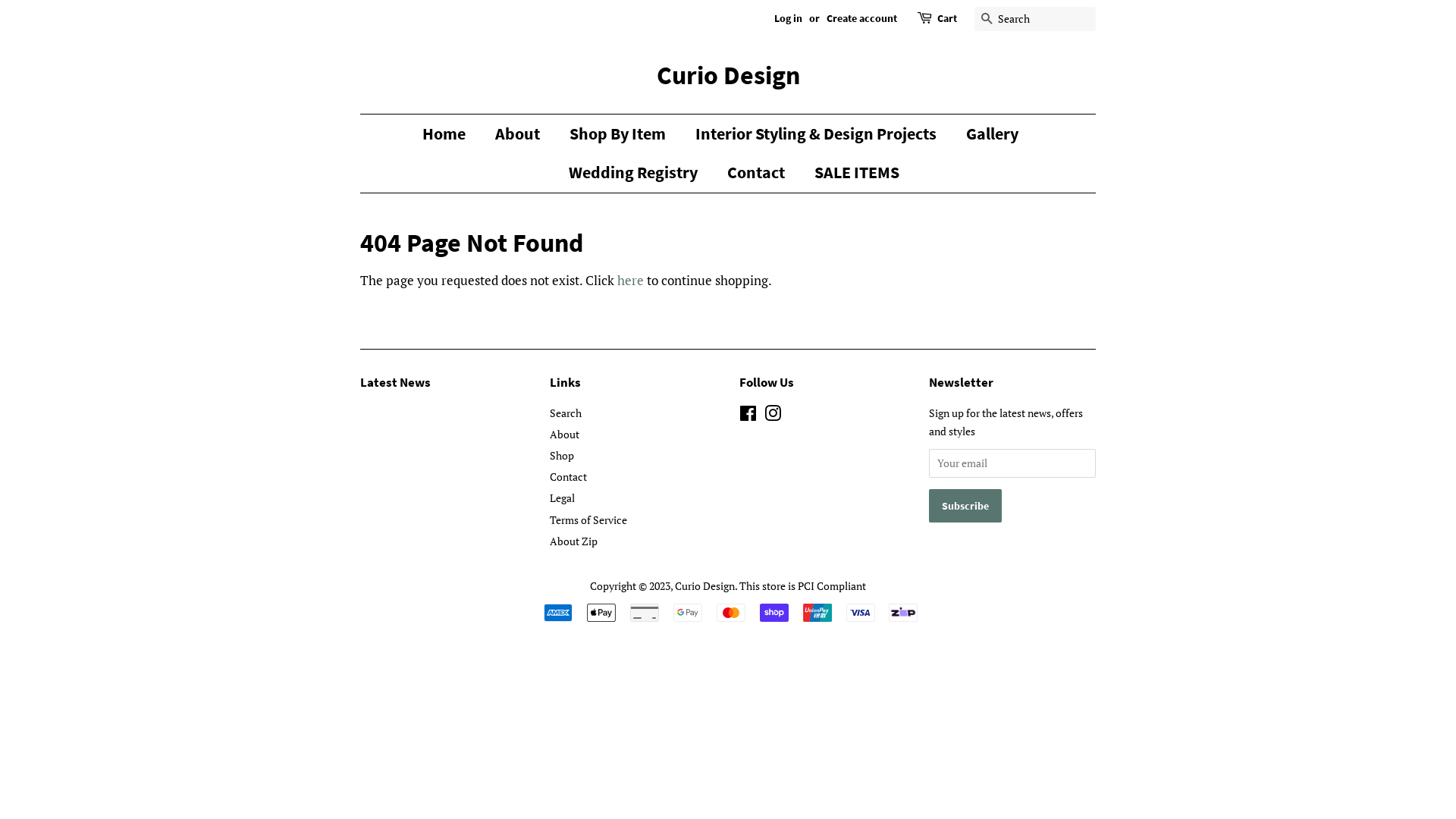 This screenshot has height=819, width=1456. What do you see at coordinates (802, 585) in the screenshot?
I see `'This store is PCI Compliant'` at bounding box center [802, 585].